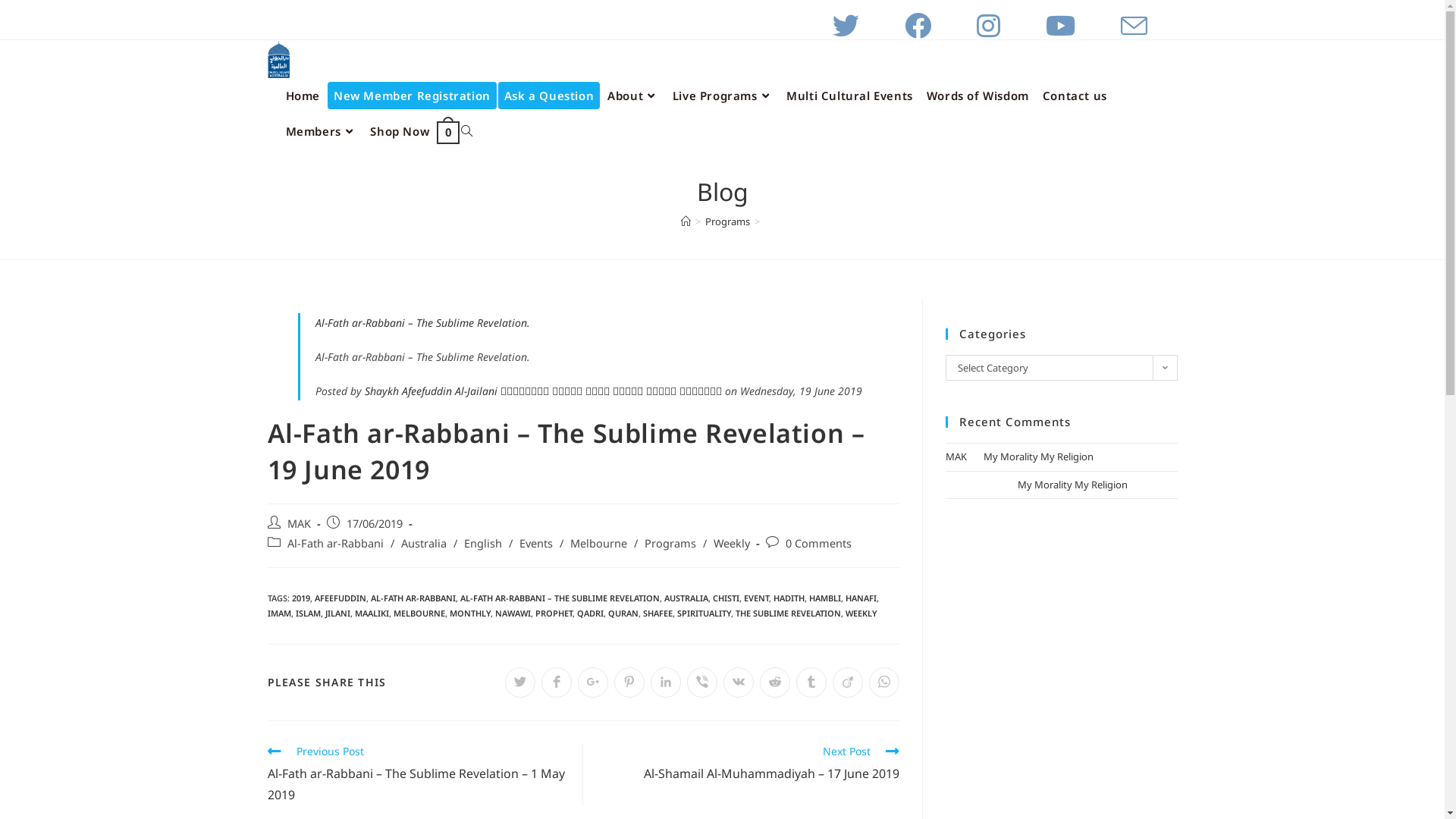  Describe the element at coordinates (919, 96) in the screenshot. I see `'Words of Wisdom'` at that location.